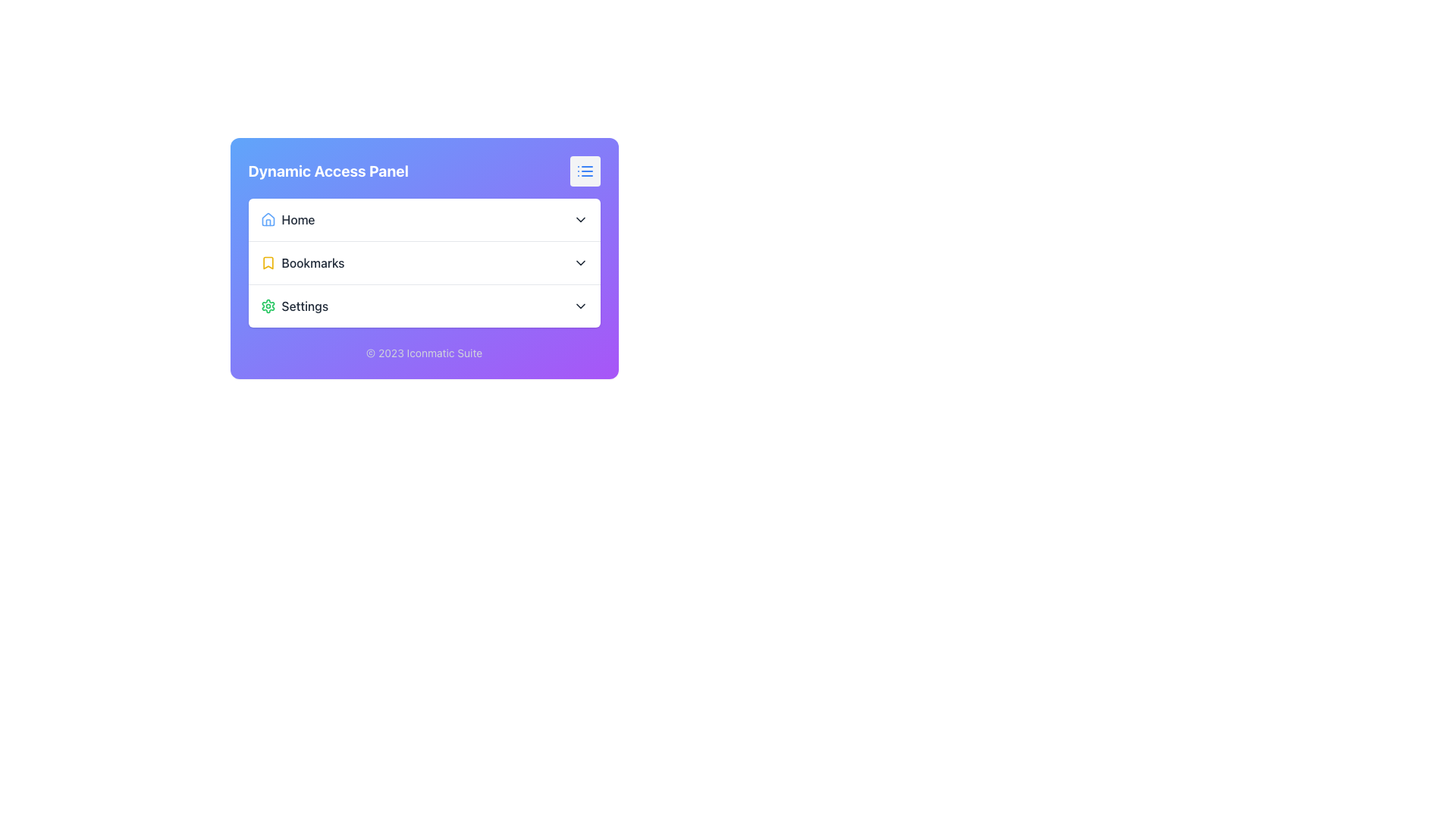 The image size is (1456, 819). Describe the element at coordinates (424, 219) in the screenshot. I see `the 'Home' dropdown menu item, which is the top-most item in the 'Dynamic Access Panel' with a purple-gradient background` at that location.